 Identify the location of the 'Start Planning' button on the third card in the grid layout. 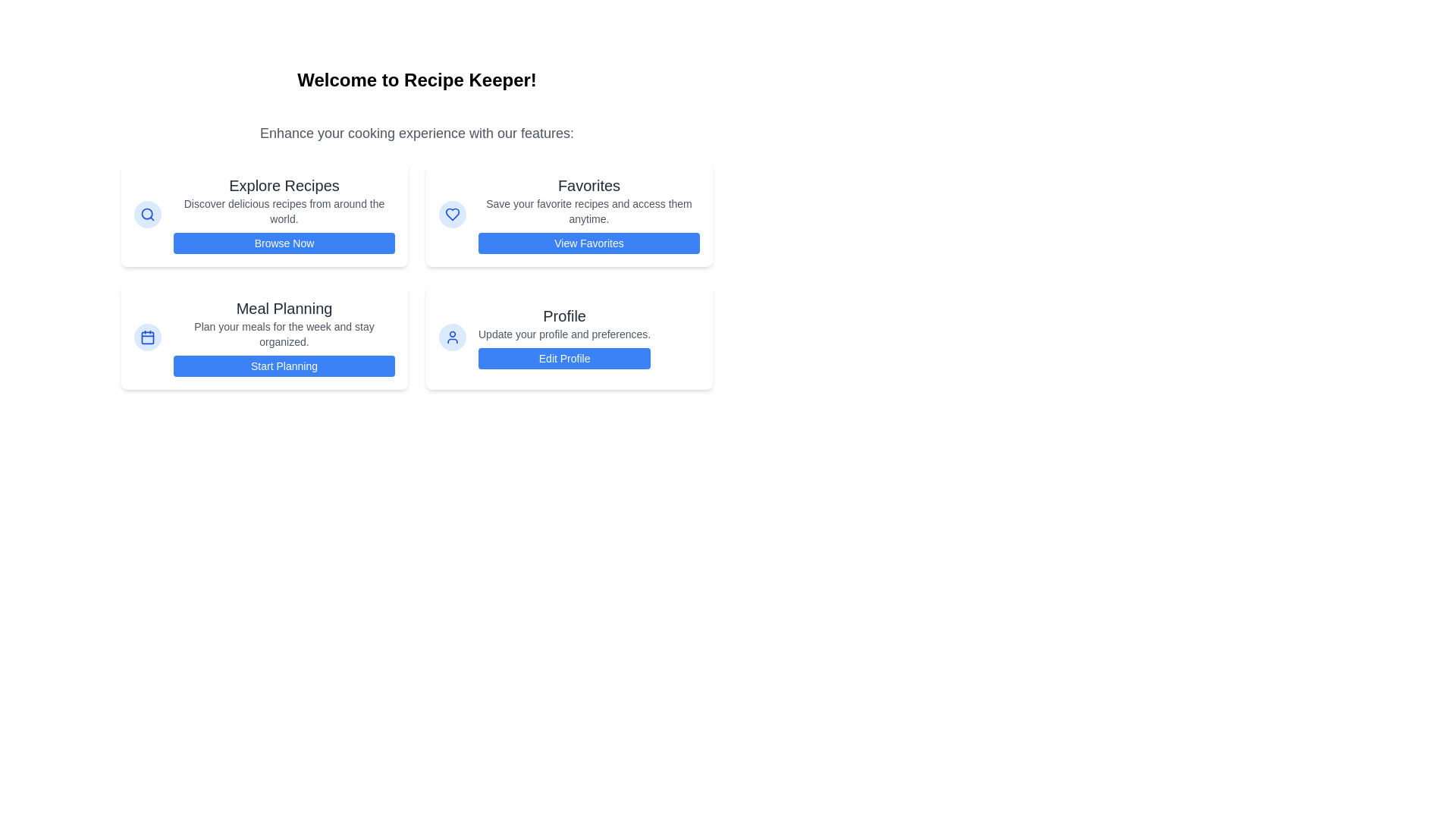
(265, 336).